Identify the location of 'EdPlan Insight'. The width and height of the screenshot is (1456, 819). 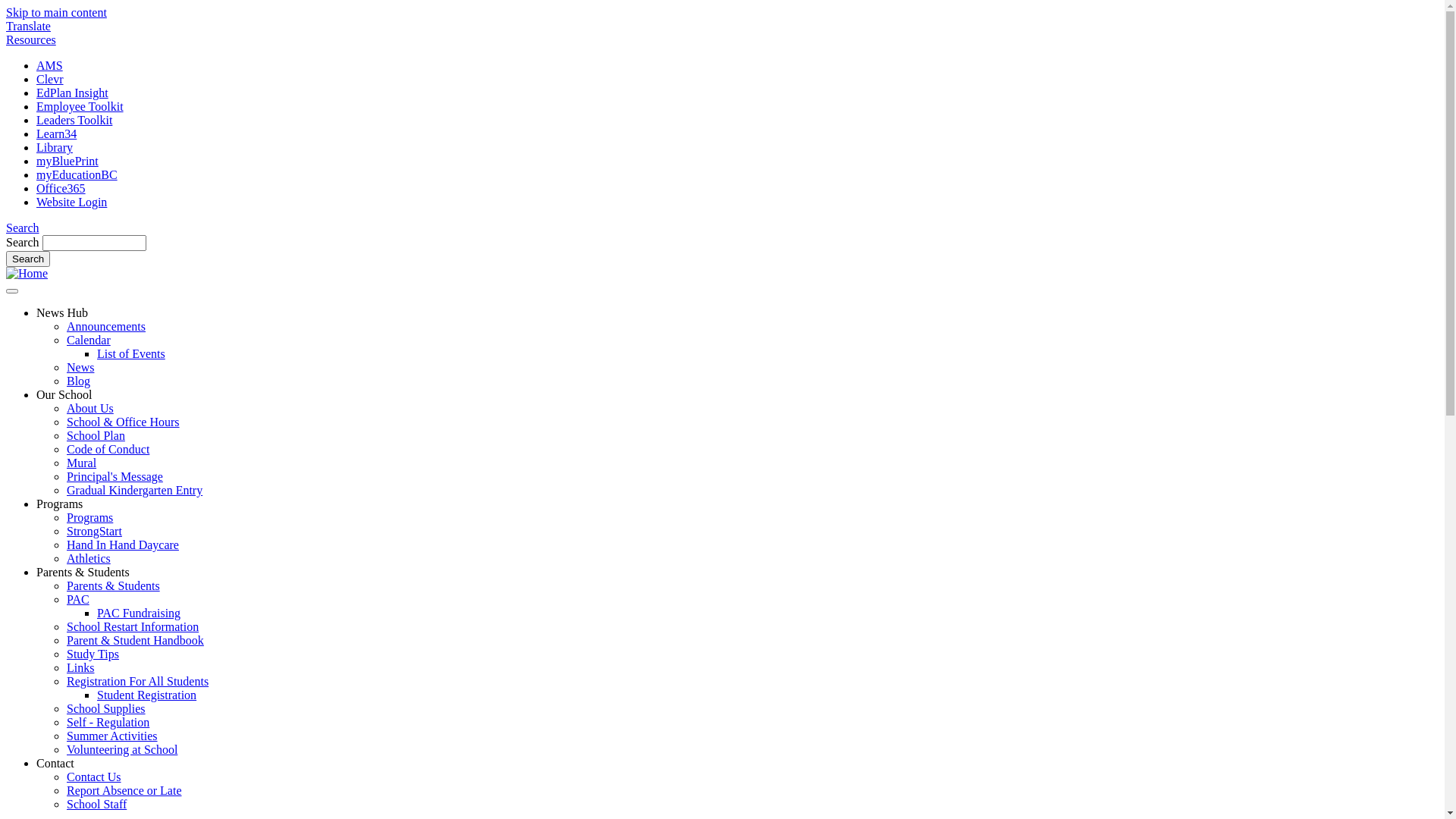
(71, 93).